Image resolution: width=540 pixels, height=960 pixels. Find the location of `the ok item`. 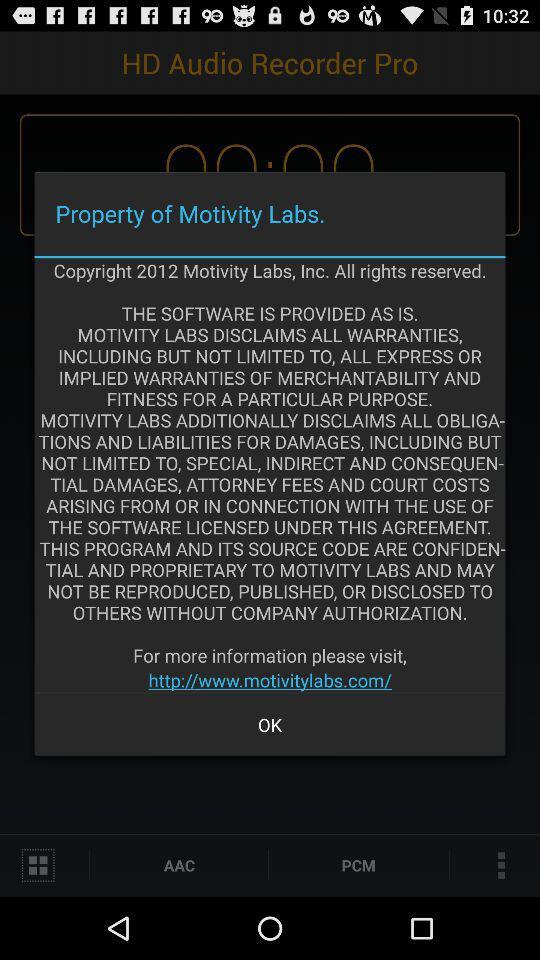

the ok item is located at coordinates (270, 723).